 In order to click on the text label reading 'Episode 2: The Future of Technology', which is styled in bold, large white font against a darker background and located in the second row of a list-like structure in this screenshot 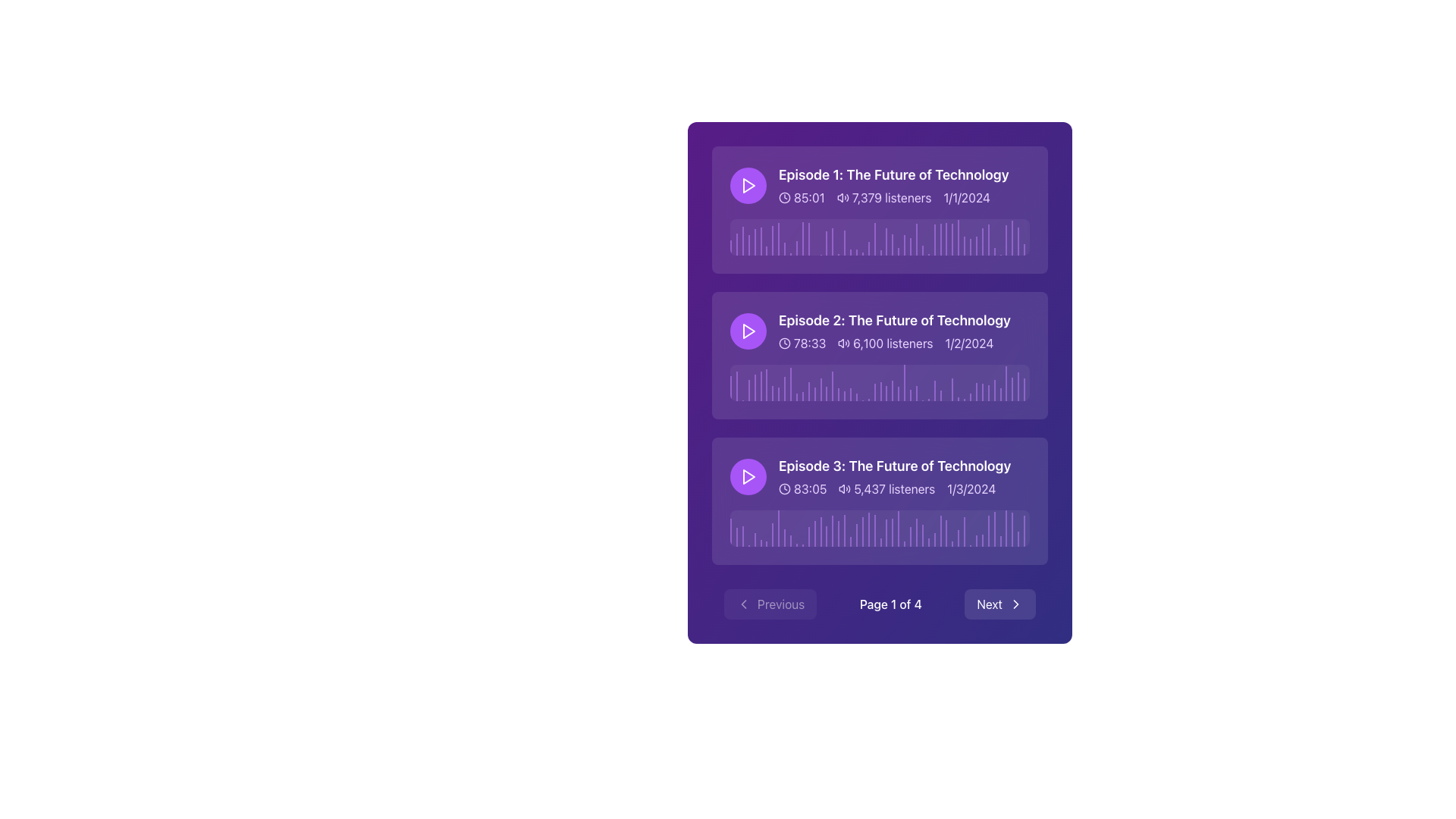, I will do `click(895, 320)`.